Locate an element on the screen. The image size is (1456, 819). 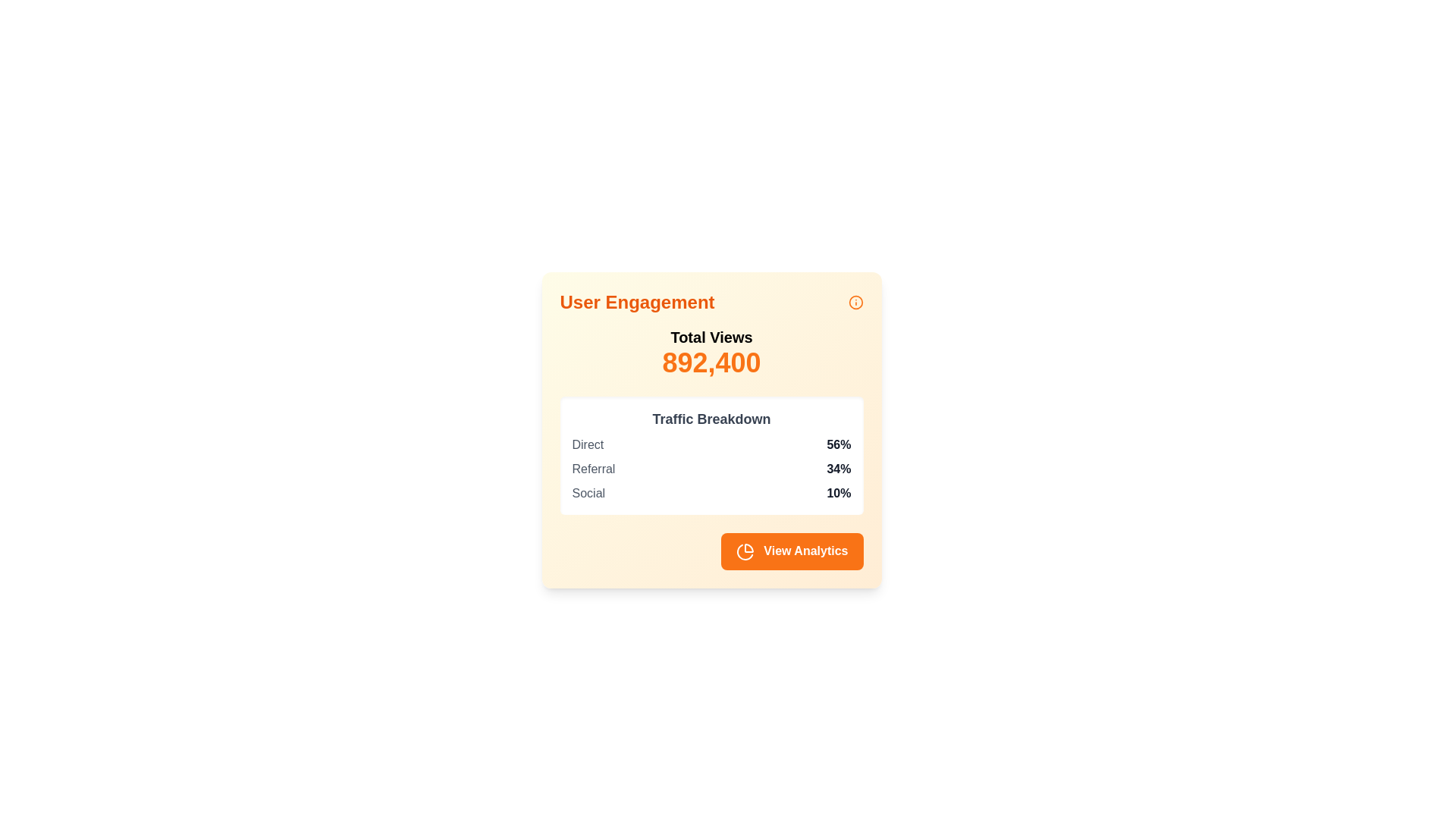
text label that identifies the second category in the 'Traffic Breakdown' section, which is positioned below 'Direct' and above 'Social' is located at coordinates (592, 468).